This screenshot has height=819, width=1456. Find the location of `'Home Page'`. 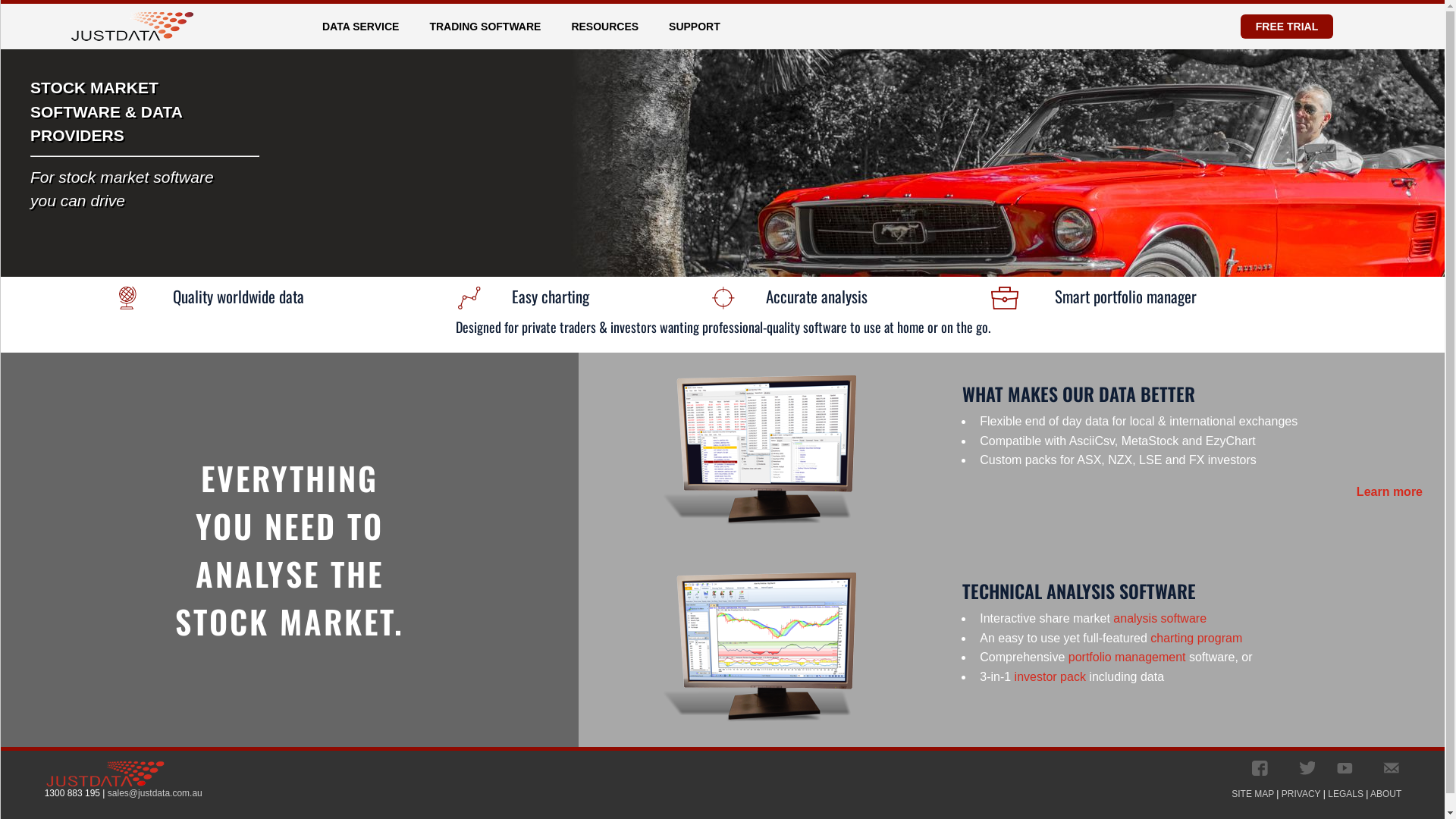

'Home Page' is located at coordinates (132, 26).